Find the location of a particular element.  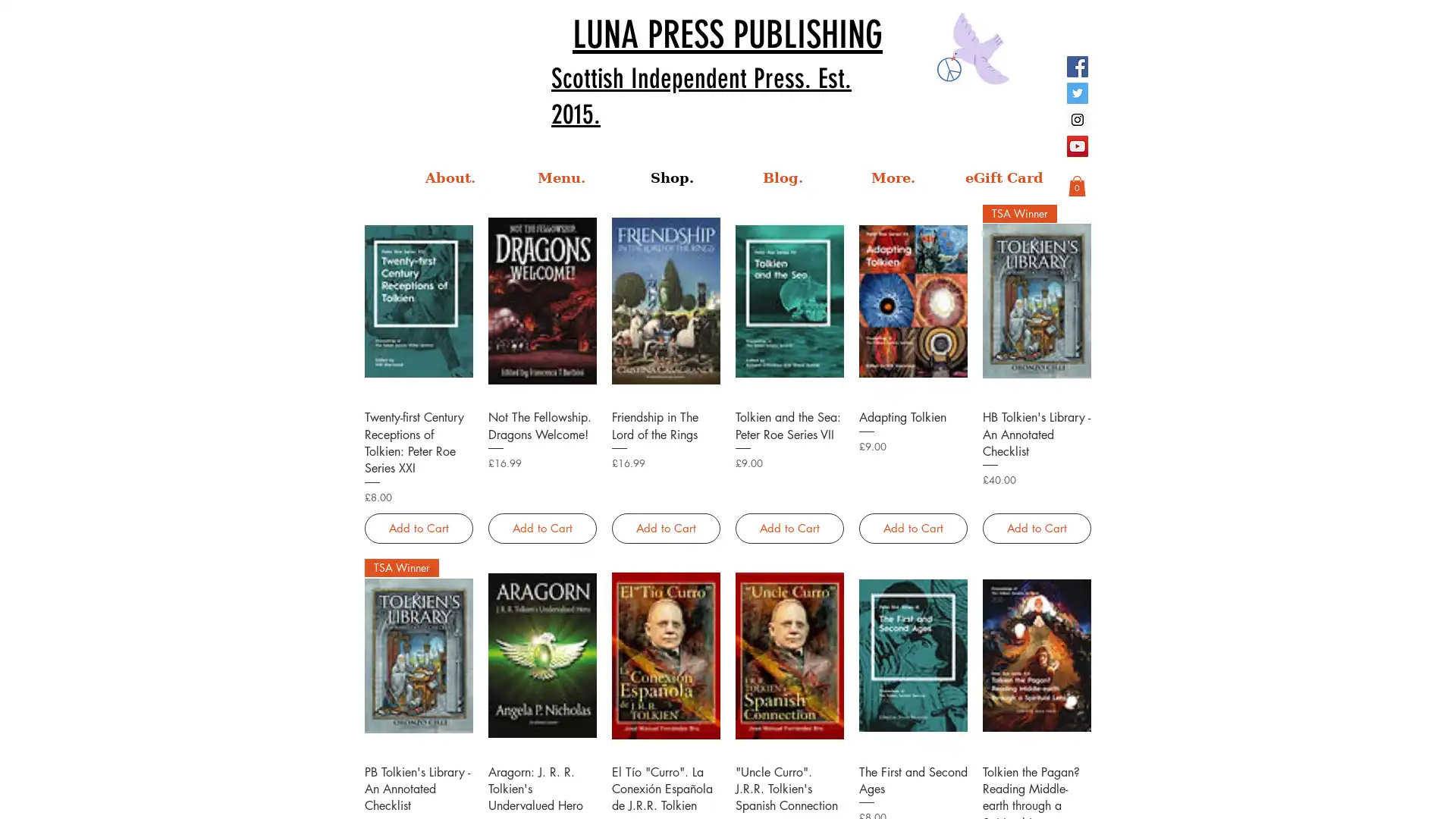

Cart with 0 items is located at coordinates (1076, 185).